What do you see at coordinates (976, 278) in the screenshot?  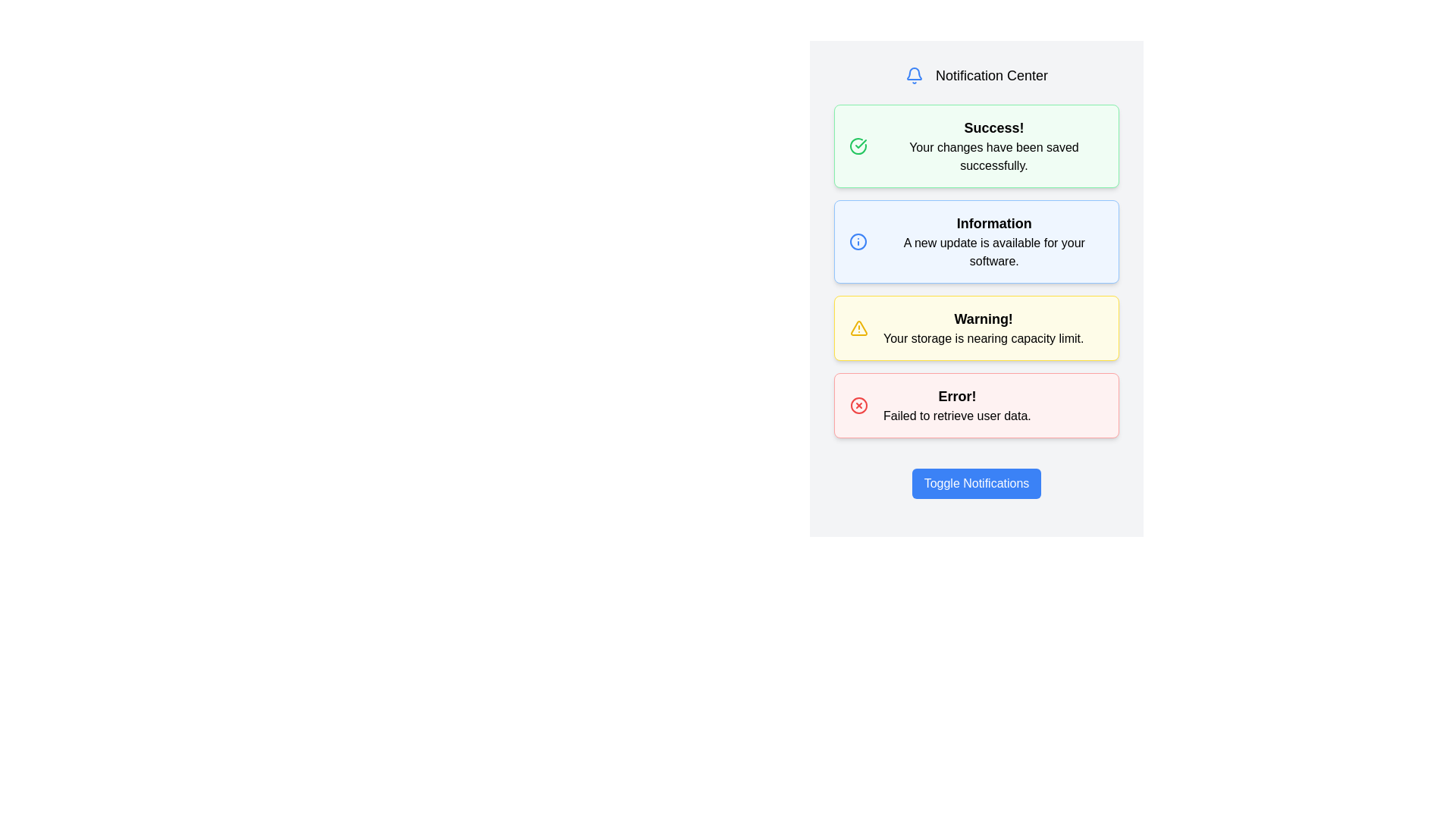 I see `the second notification card in the Notification Center that indicates a new software update is available` at bounding box center [976, 278].